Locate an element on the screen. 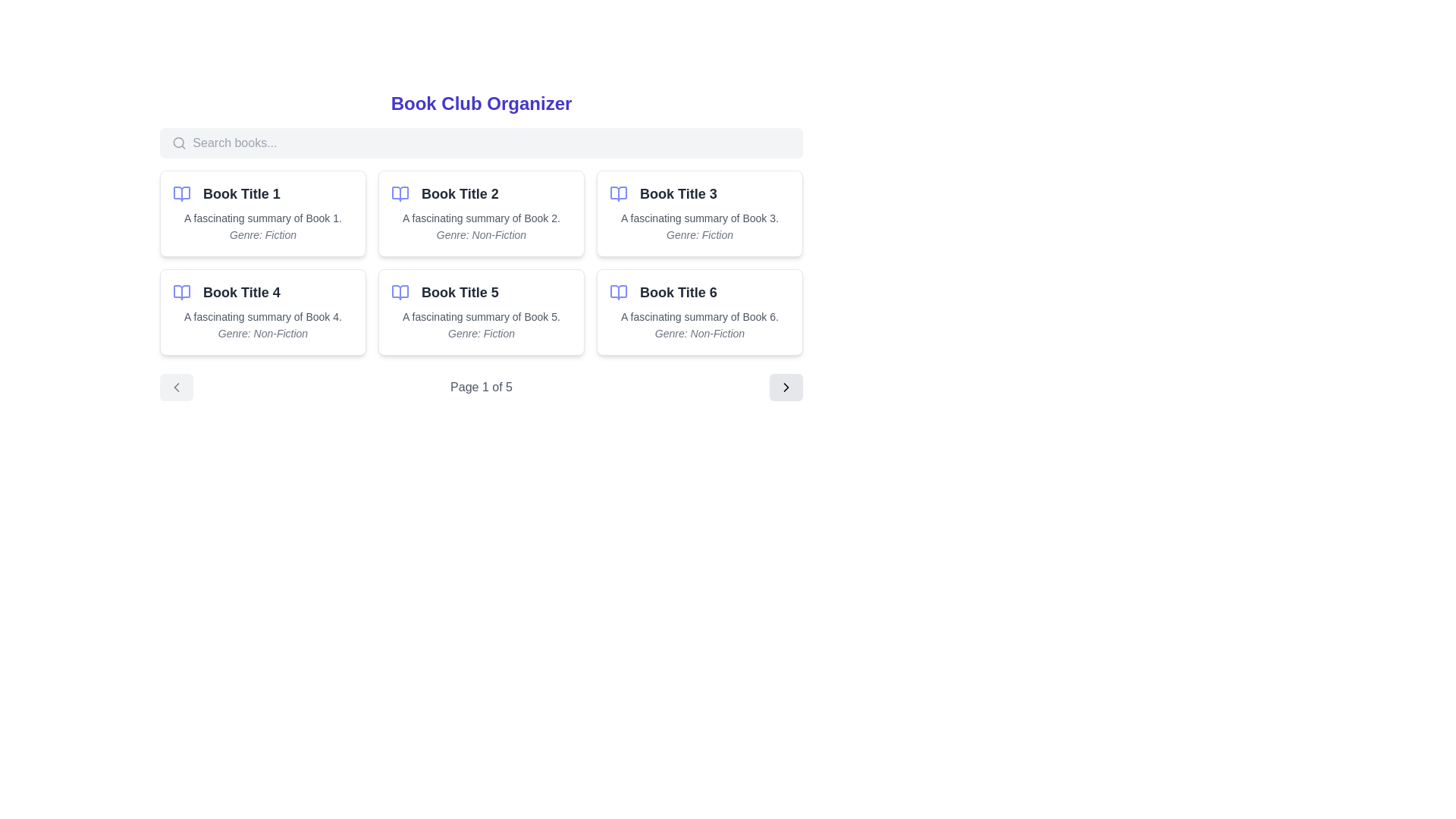  the title of the book is located at coordinates (480, 292).